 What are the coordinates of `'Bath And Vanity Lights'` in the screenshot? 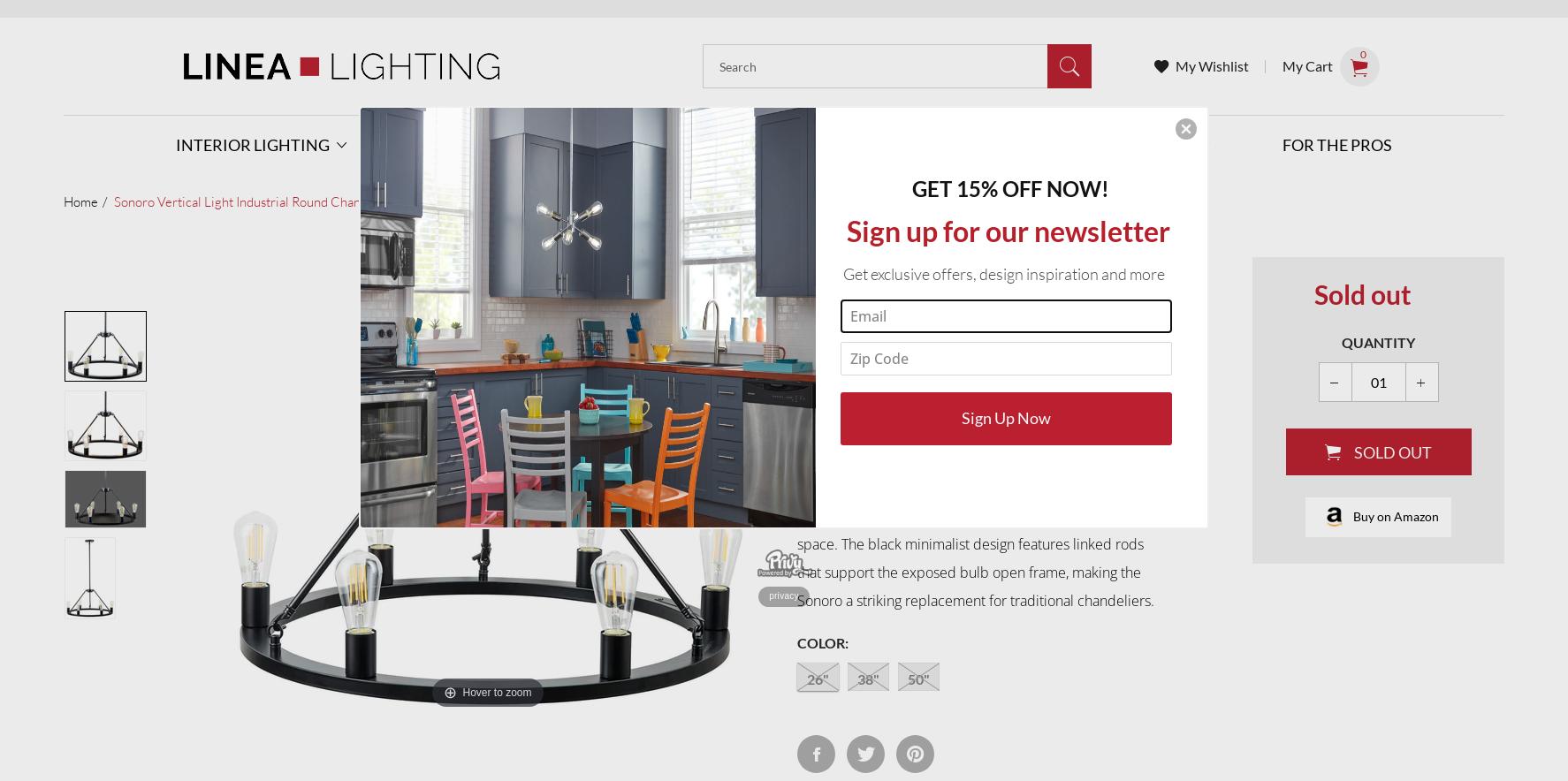 It's located at (651, 474).